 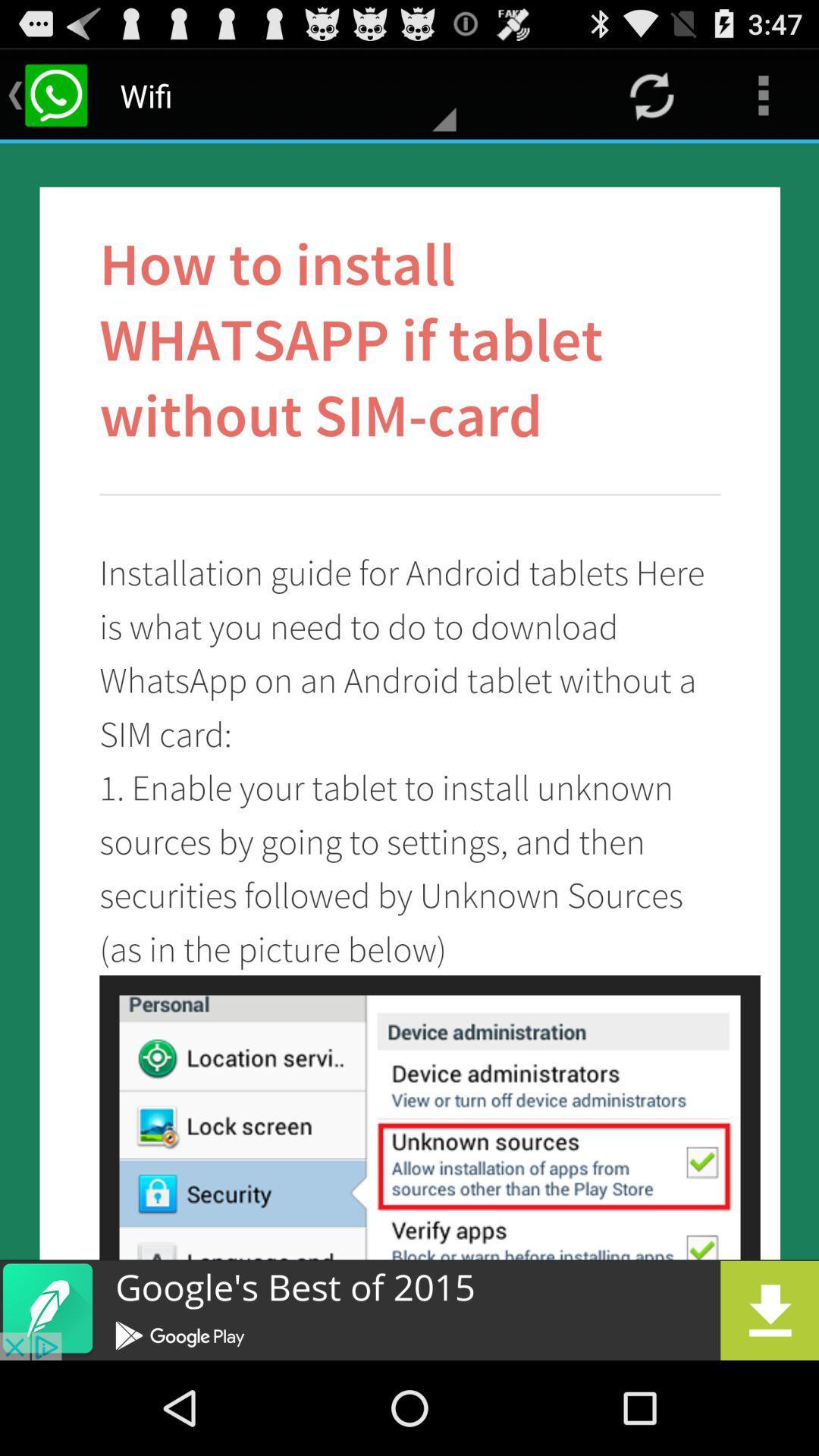 I want to click on advertisement image or install option, so click(x=409, y=1310).